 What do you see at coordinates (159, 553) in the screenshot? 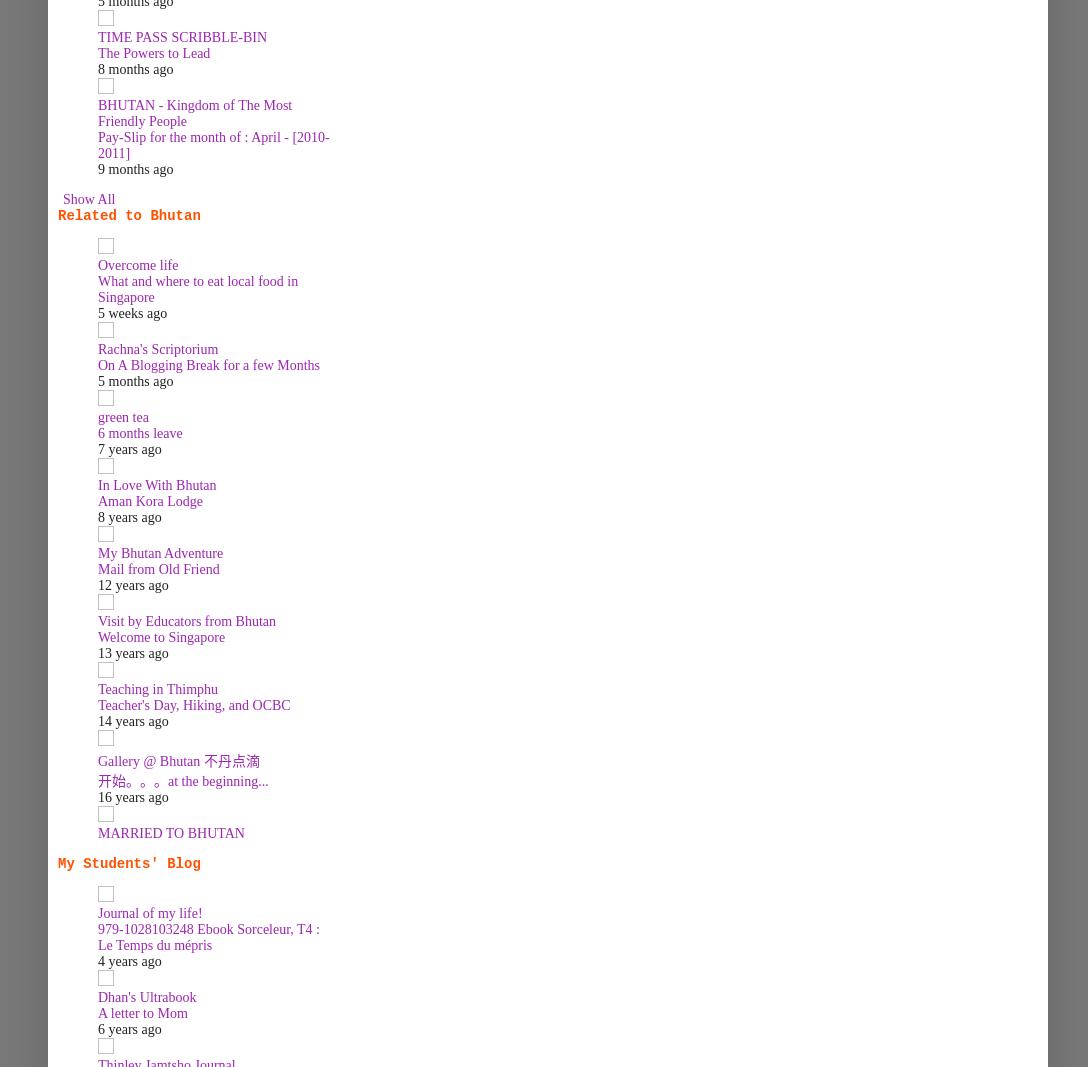
I see `'My Bhutan Adventure'` at bounding box center [159, 553].